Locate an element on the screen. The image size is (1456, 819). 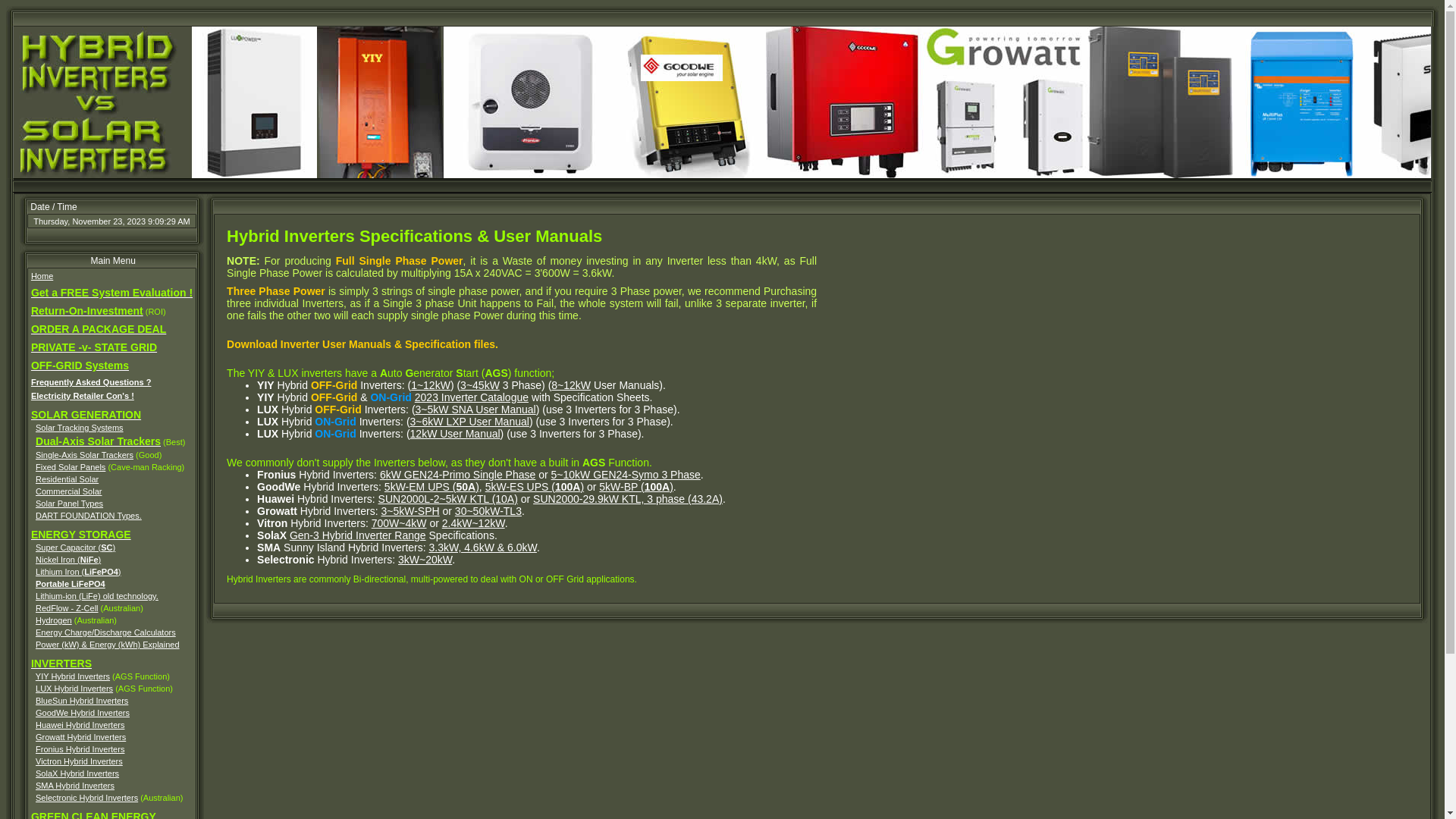
'5kW-ES UPS (100A)' is located at coordinates (535, 486).